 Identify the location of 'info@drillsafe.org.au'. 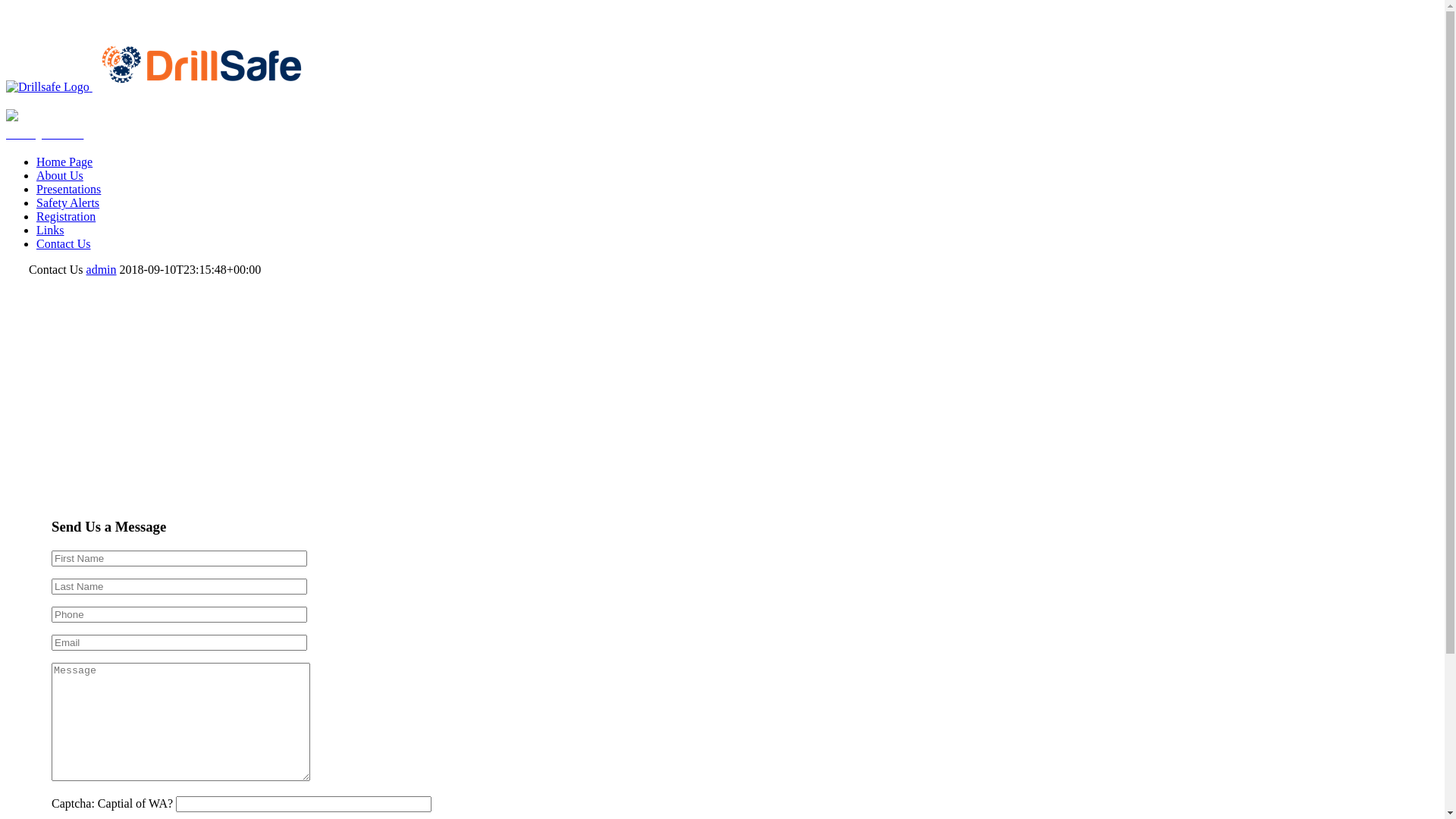
(58, 12).